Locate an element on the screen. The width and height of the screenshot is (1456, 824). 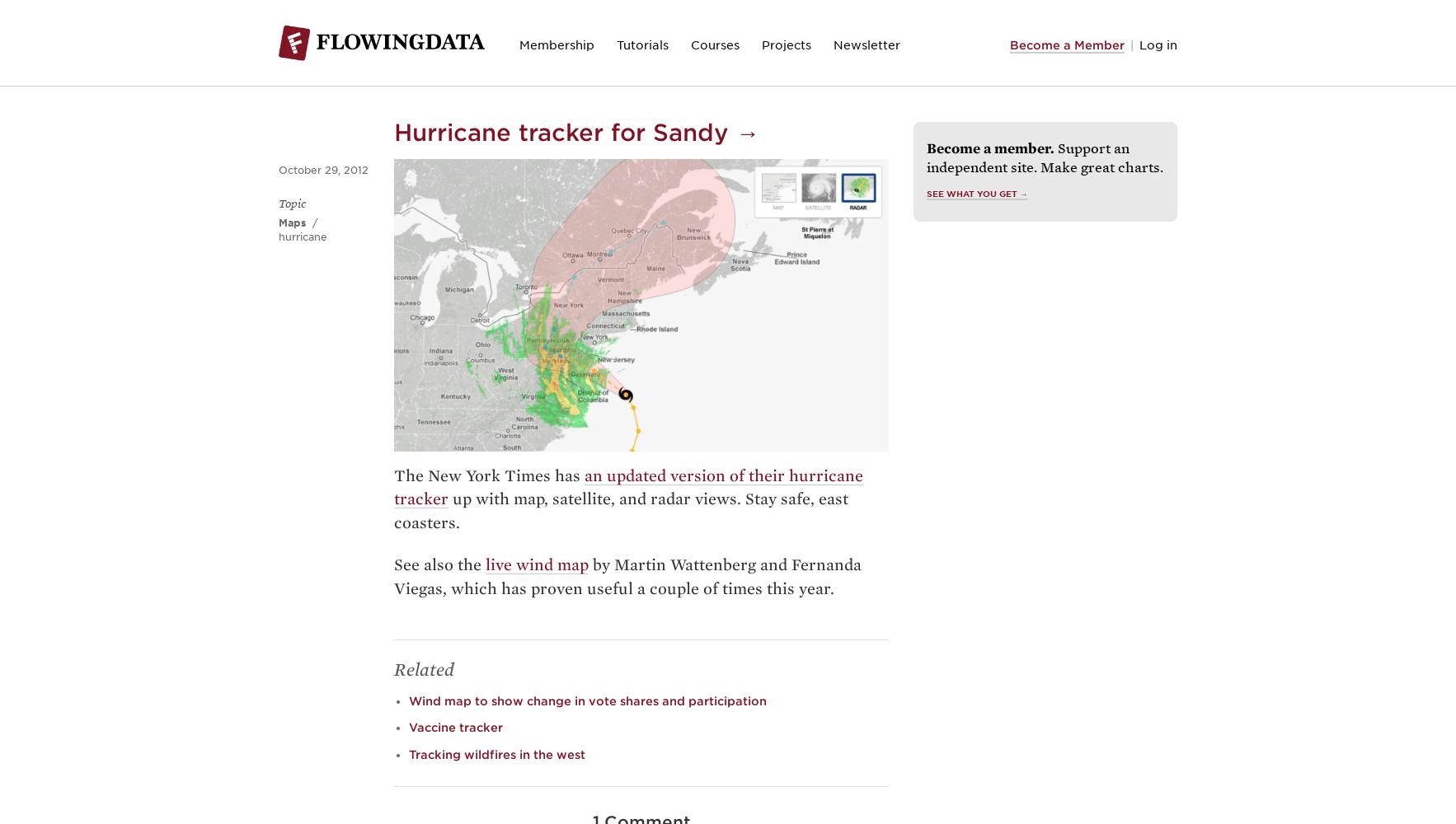
'/' is located at coordinates (312, 222).